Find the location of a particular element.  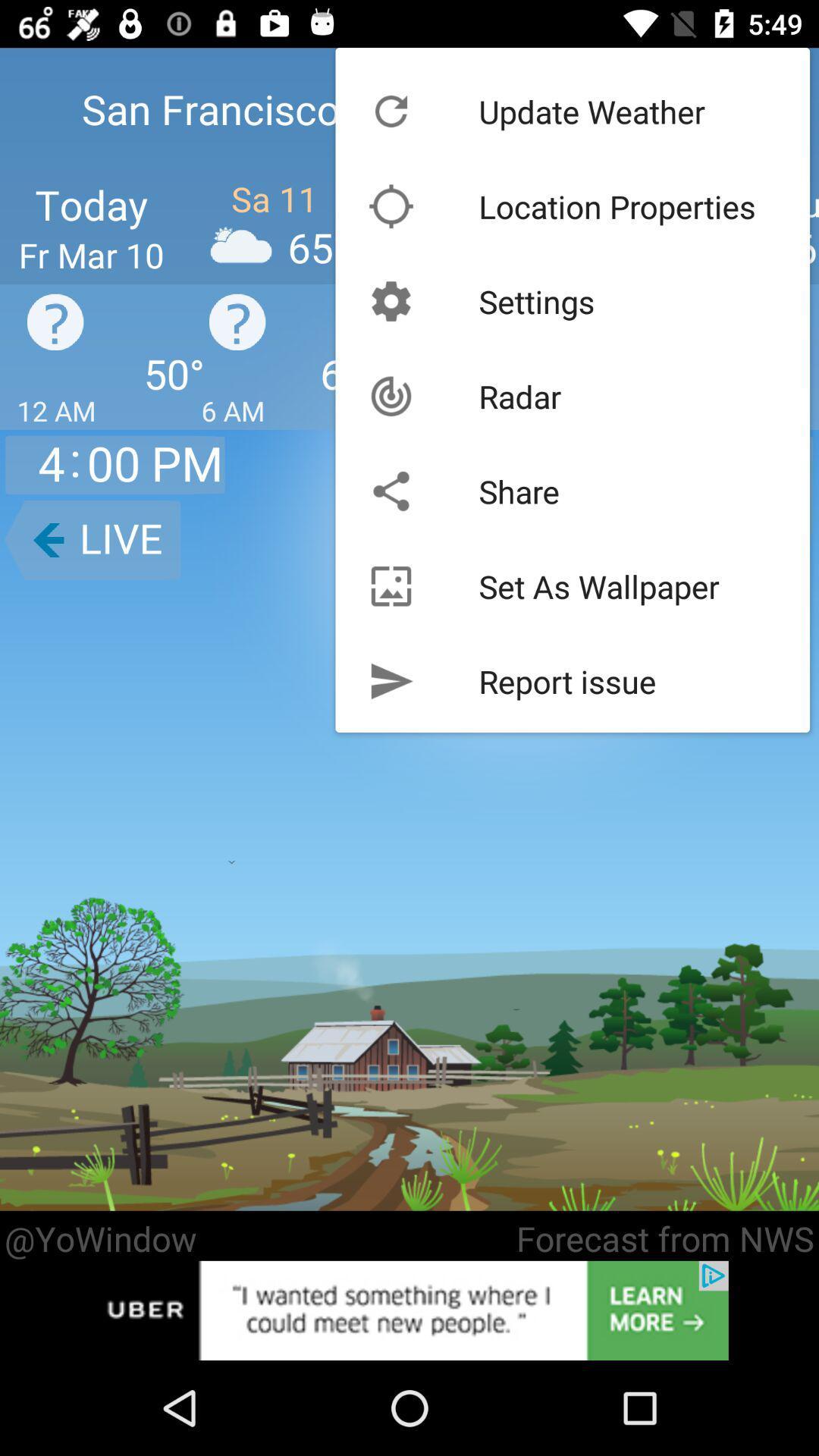

icon above the location properties item is located at coordinates (591, 111).